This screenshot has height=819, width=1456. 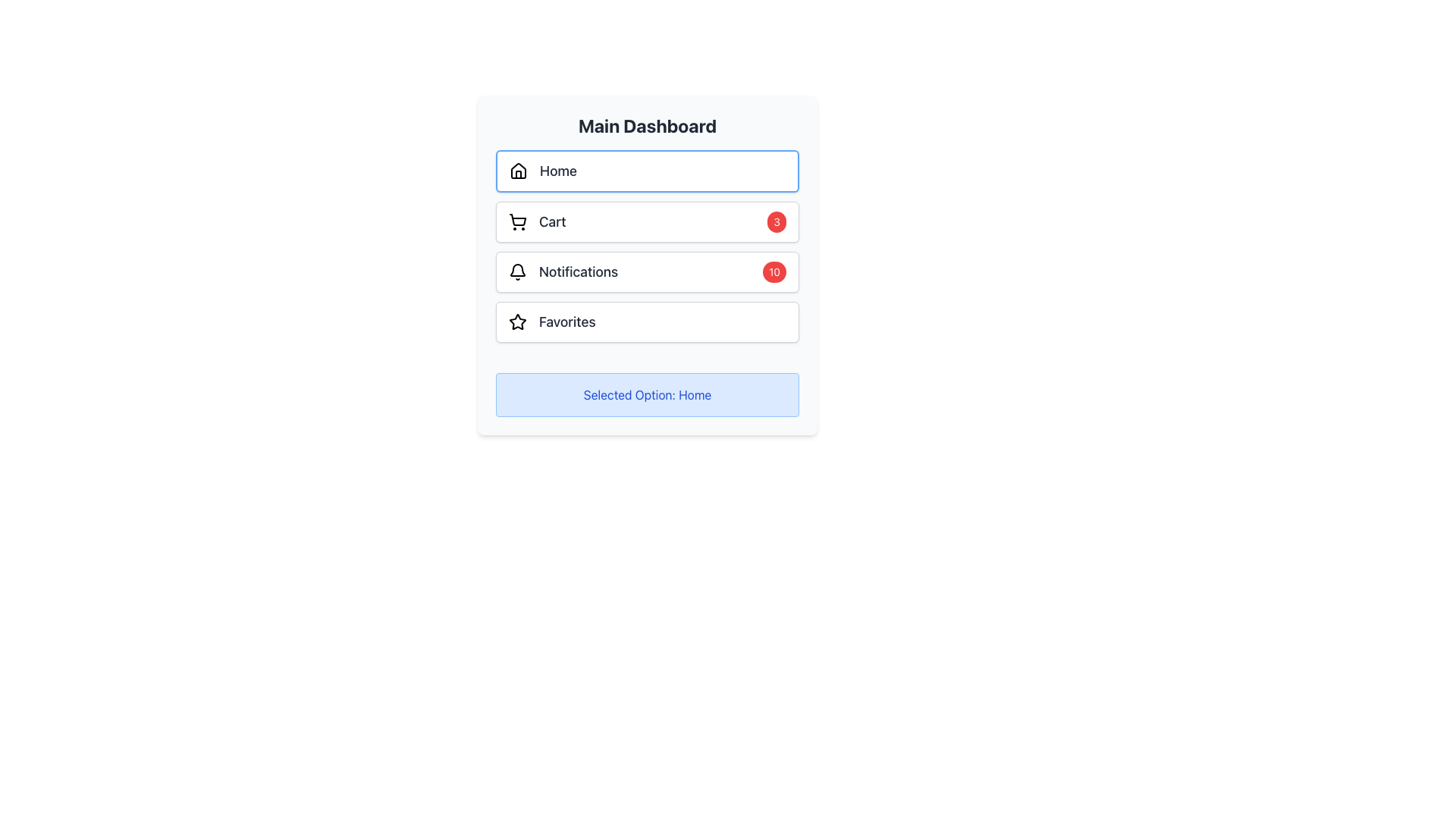 I want to click on the 'Main Dashboard' text label which serves as a header above the interactive buttons, so click(x=648, y=124).